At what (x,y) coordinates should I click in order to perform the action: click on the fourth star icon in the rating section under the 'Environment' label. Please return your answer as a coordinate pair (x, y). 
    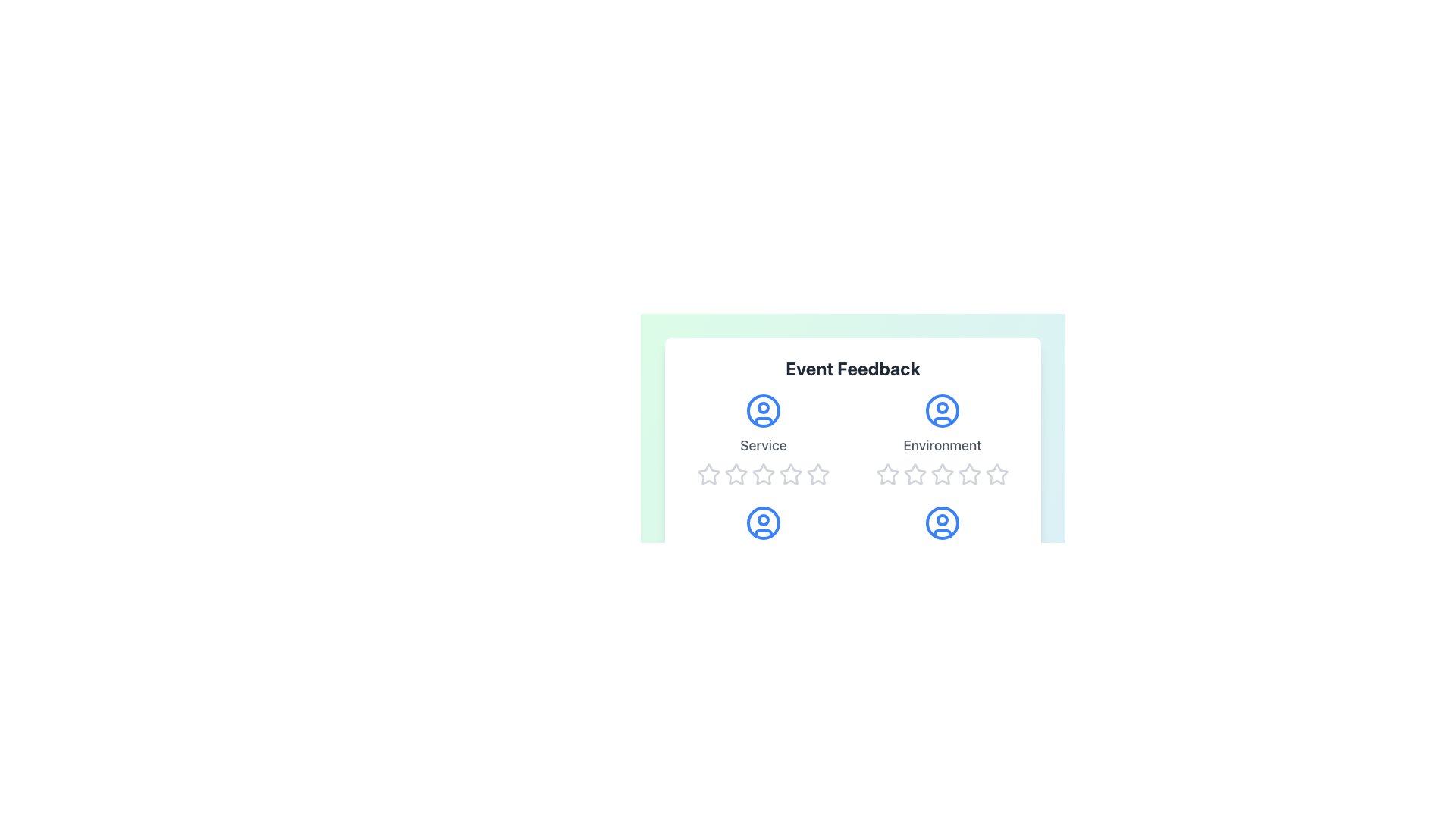
    Looking at the image, I should click on (997, 473).